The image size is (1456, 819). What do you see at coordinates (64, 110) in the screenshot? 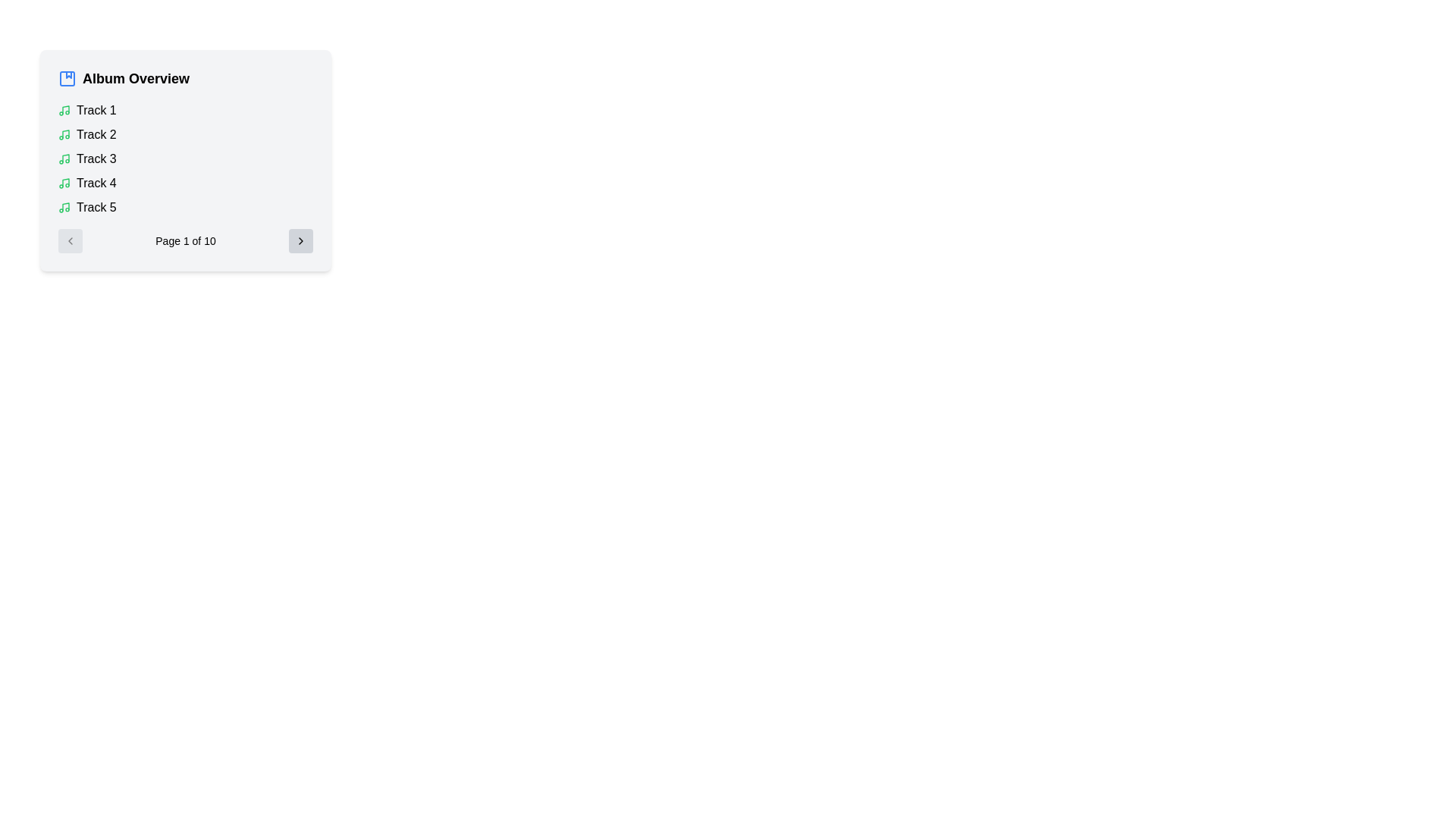
I see `the green musical note SVG icon located to the left of 'Track 1' in the 'Album Overview' section` at bounding box center [64, 110].